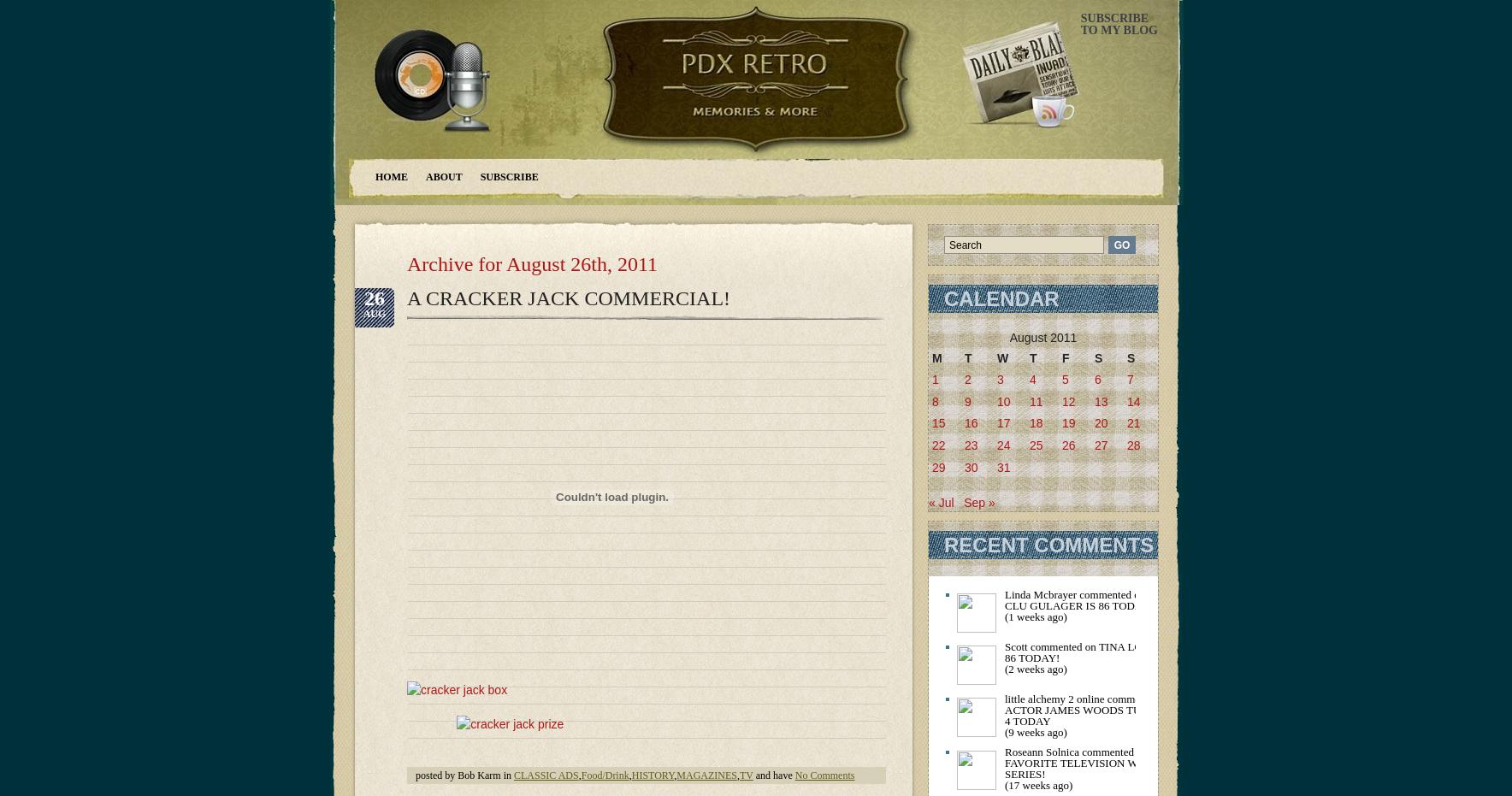 This screenshot has height=796, width=1512. What do you see at coordinates (1133, 444) in the screenshot?
I see `'28'` at bounding box center [1133, 444].